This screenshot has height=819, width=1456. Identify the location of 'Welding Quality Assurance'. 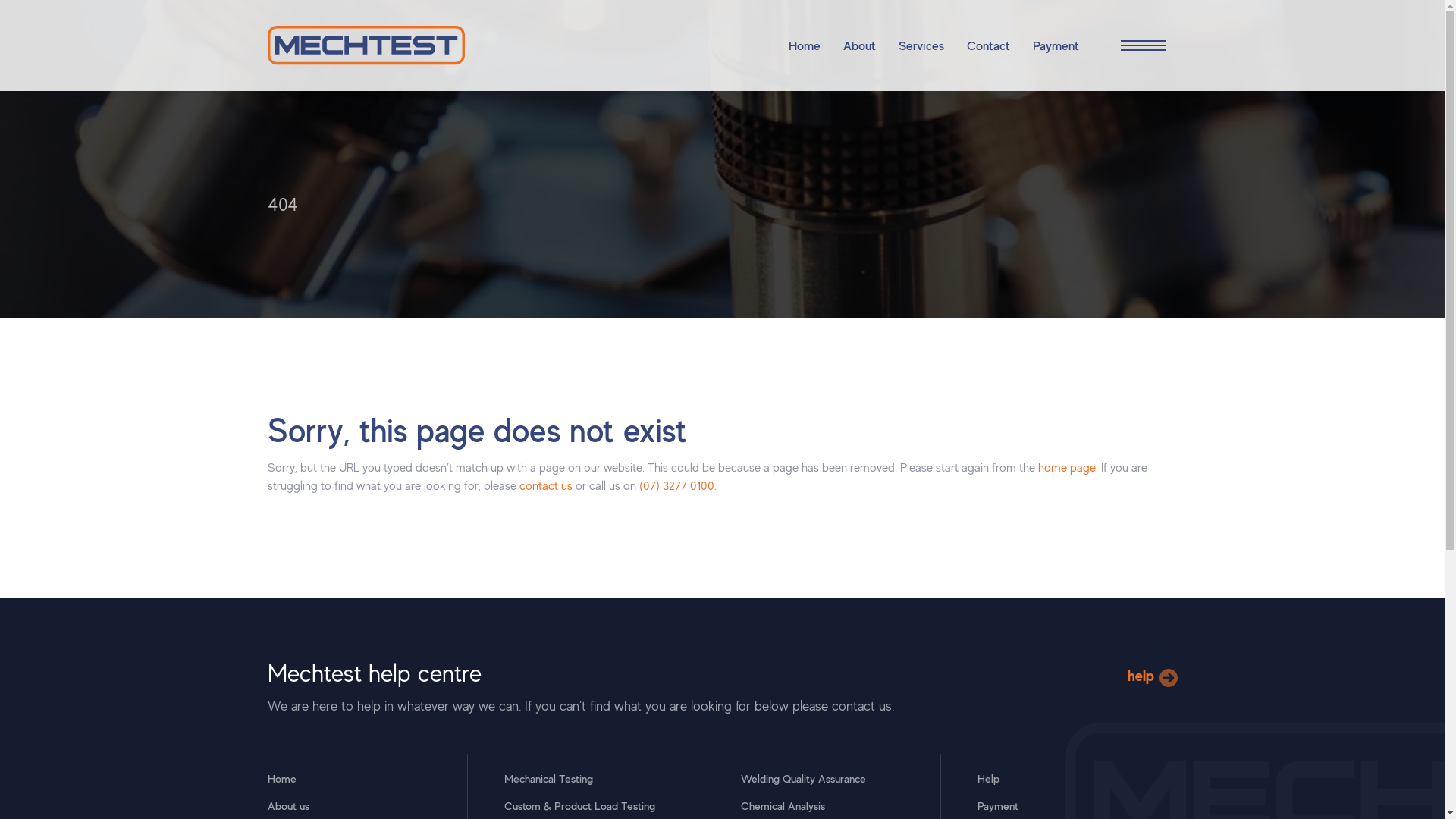
(802, 778).